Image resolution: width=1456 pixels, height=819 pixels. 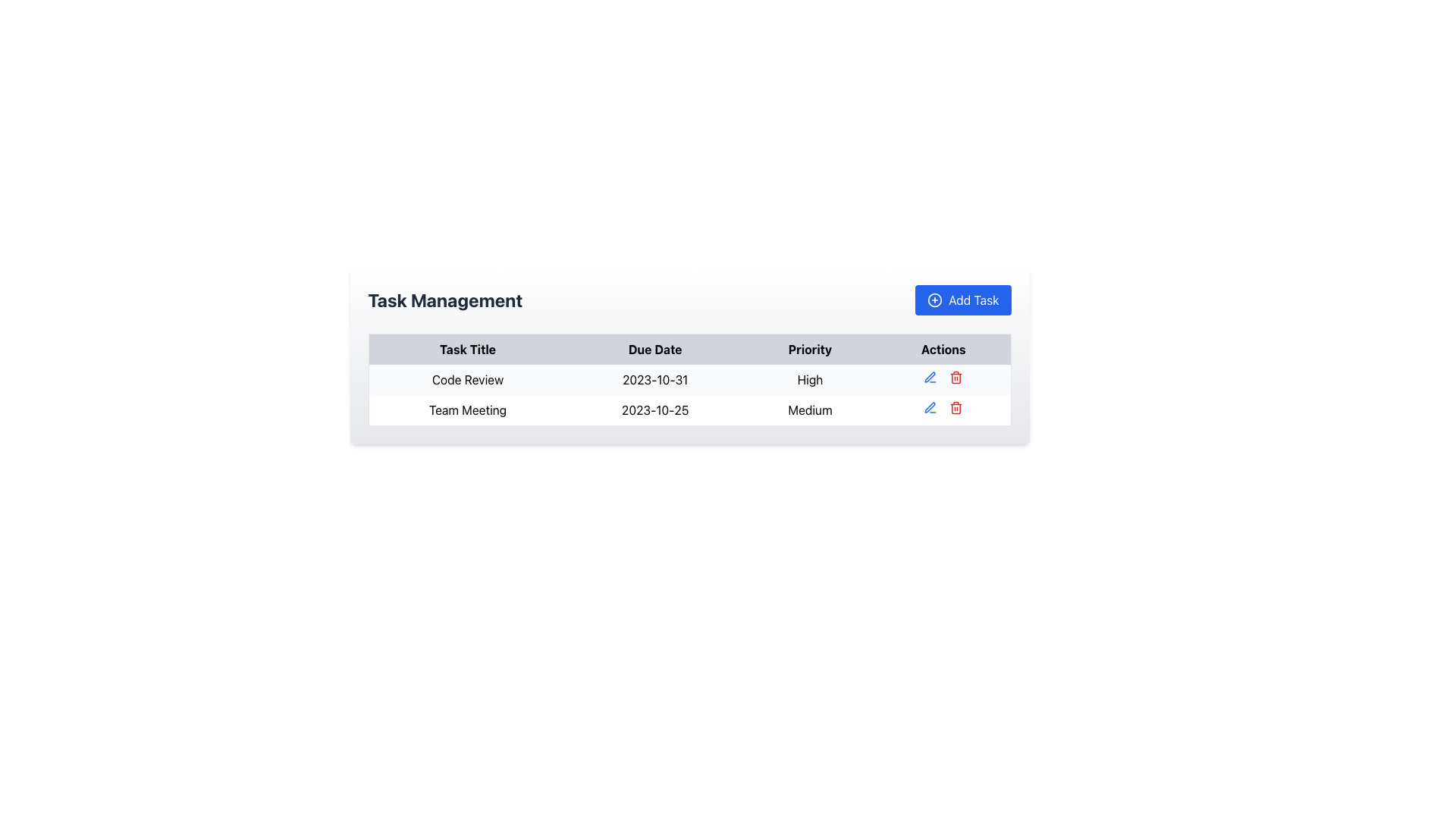 What do you see at coordinates (655, 410) in the screenshot?
I see `the 'Due Date' text label in the second row and second column of the 'Task Management' table` at bounding box center [655, 410].